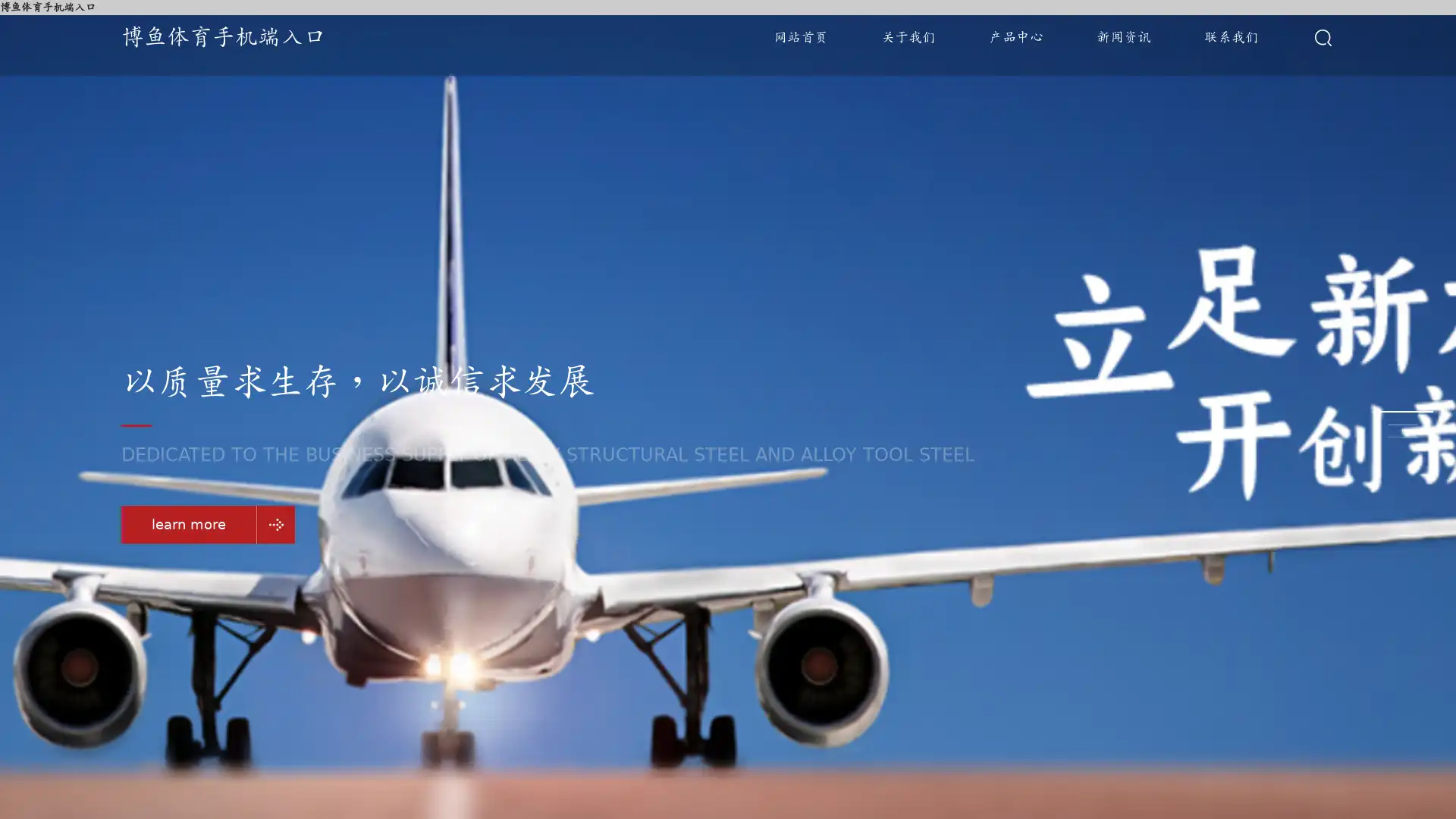 Image resolution: width=1456 pixels, height=819 pixels. Describe the element at coordinates (1401, 412) in the screenshot. I see `Go to slide 1` at that location.